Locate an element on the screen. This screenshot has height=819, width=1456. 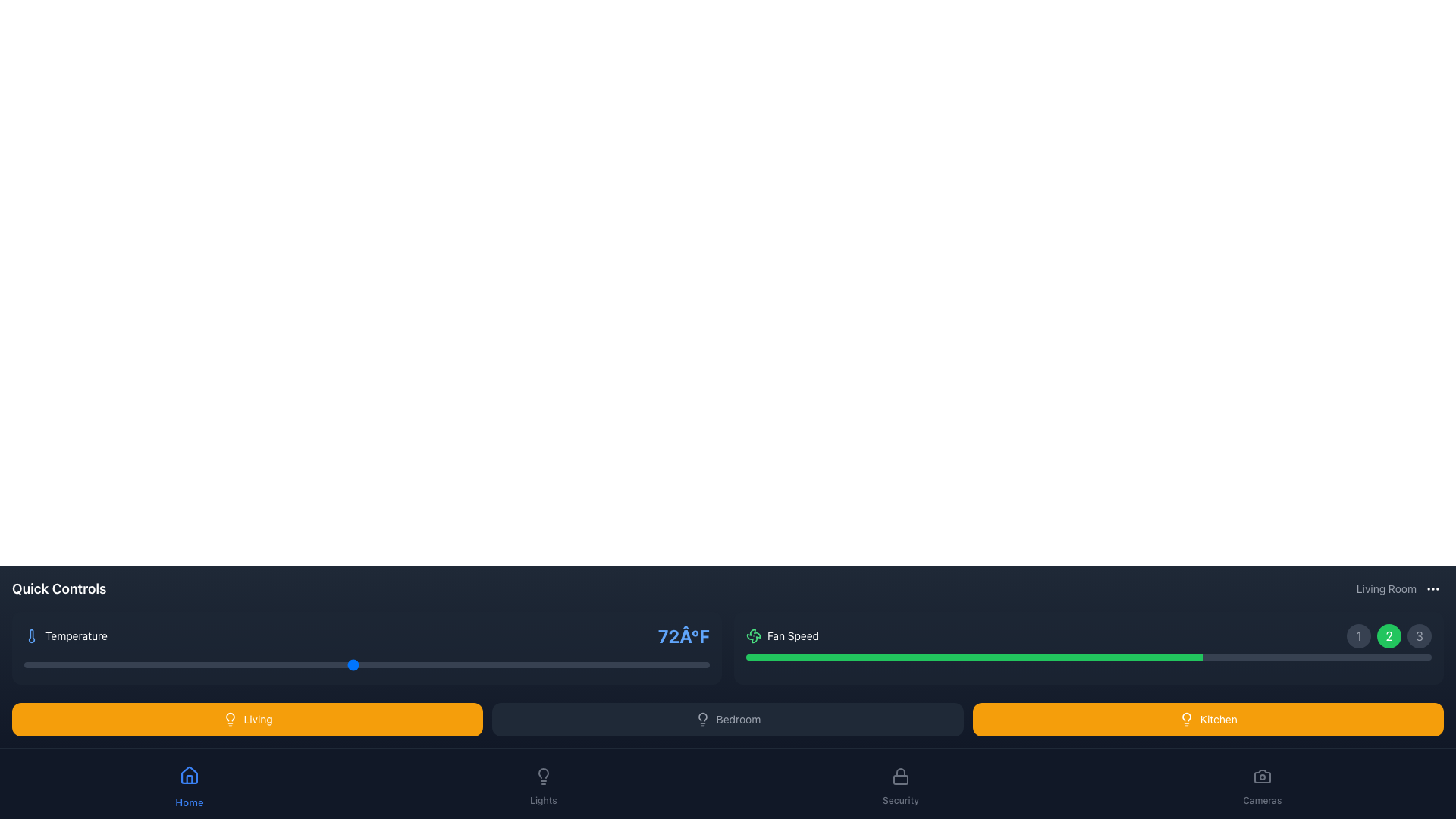
the descriptive label with a blue thermometer icon and the label 'Temperature' positioned above the temperature reading of '72°F' is located at coordinates (64, 636).